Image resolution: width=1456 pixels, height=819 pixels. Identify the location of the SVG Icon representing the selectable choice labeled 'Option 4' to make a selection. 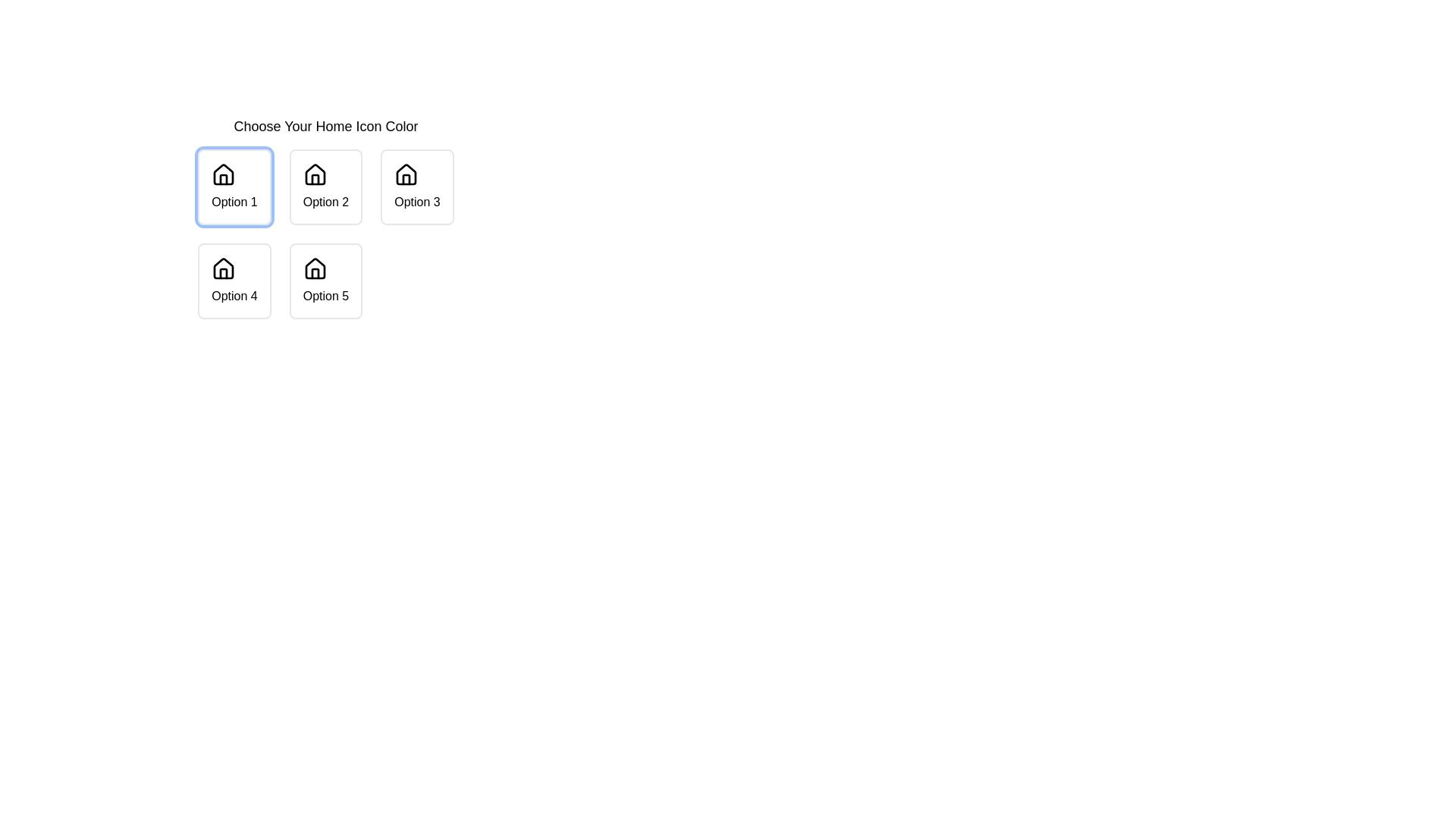
(223, 268).